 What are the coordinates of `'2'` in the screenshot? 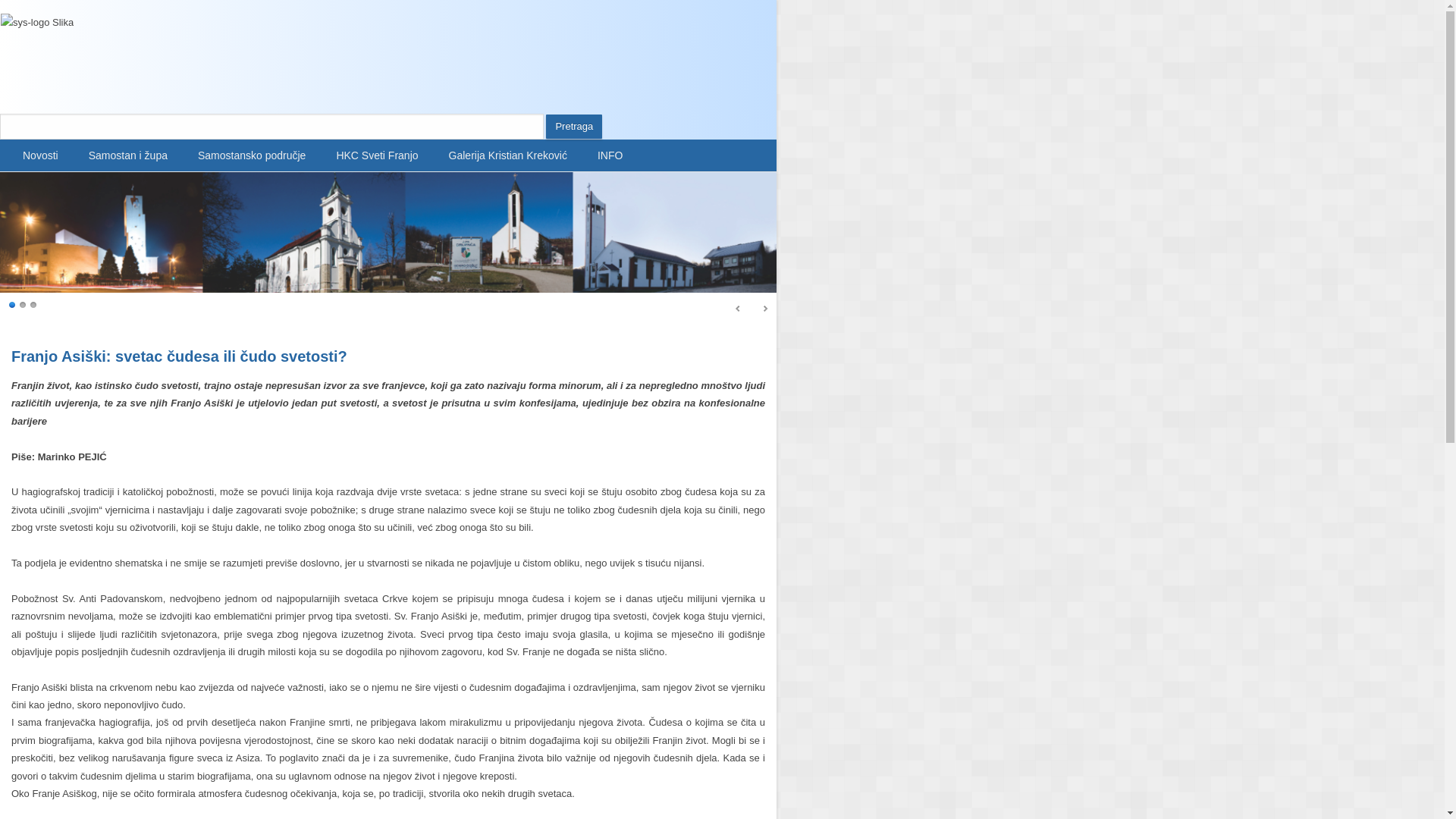 It's located at (23, 304).